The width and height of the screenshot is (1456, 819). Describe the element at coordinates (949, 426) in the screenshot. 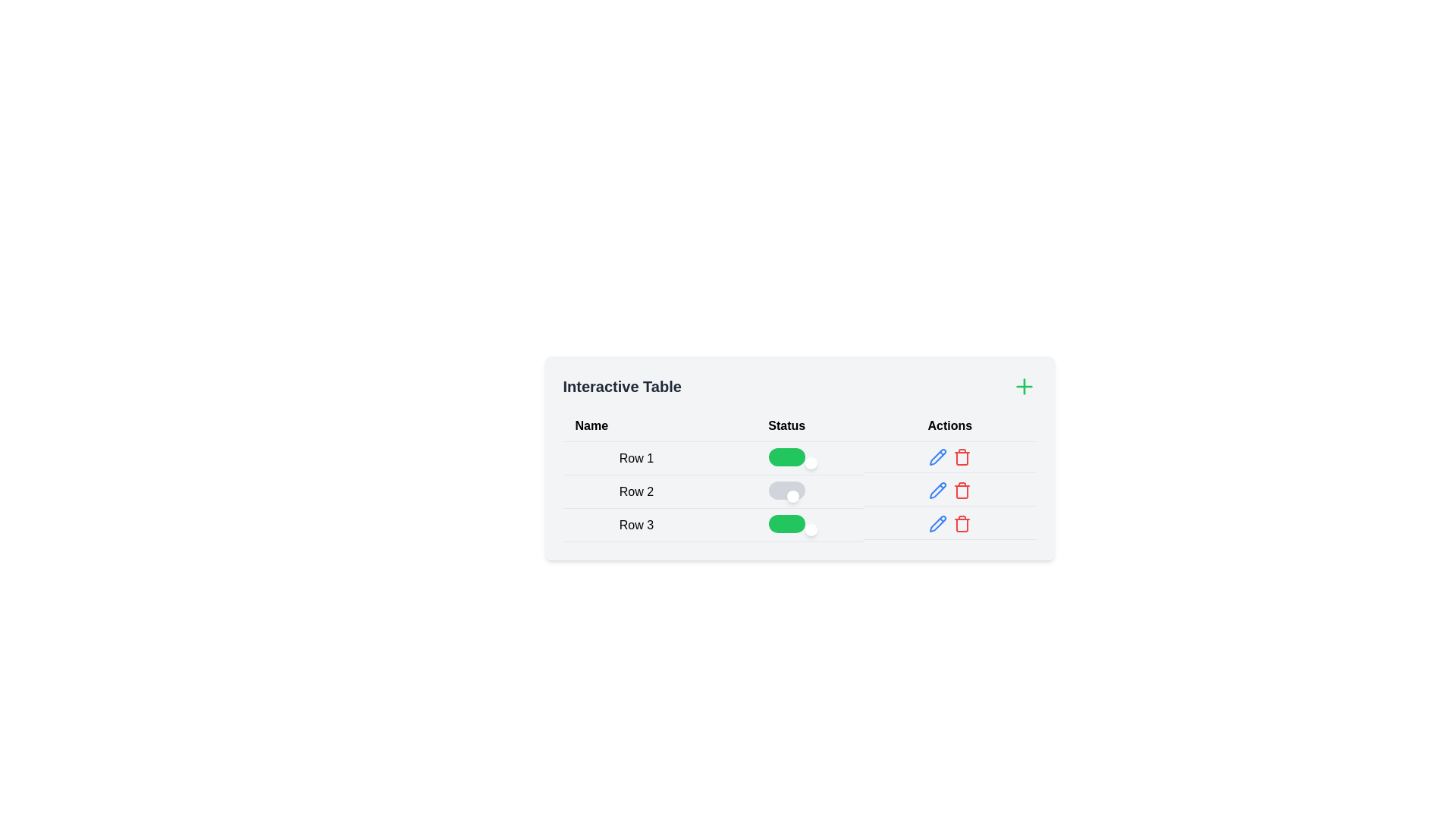

I see `the 'Actions' table column header, which is styled with centered black text on a light gray background, positioned as the third column header in the table` at that location.